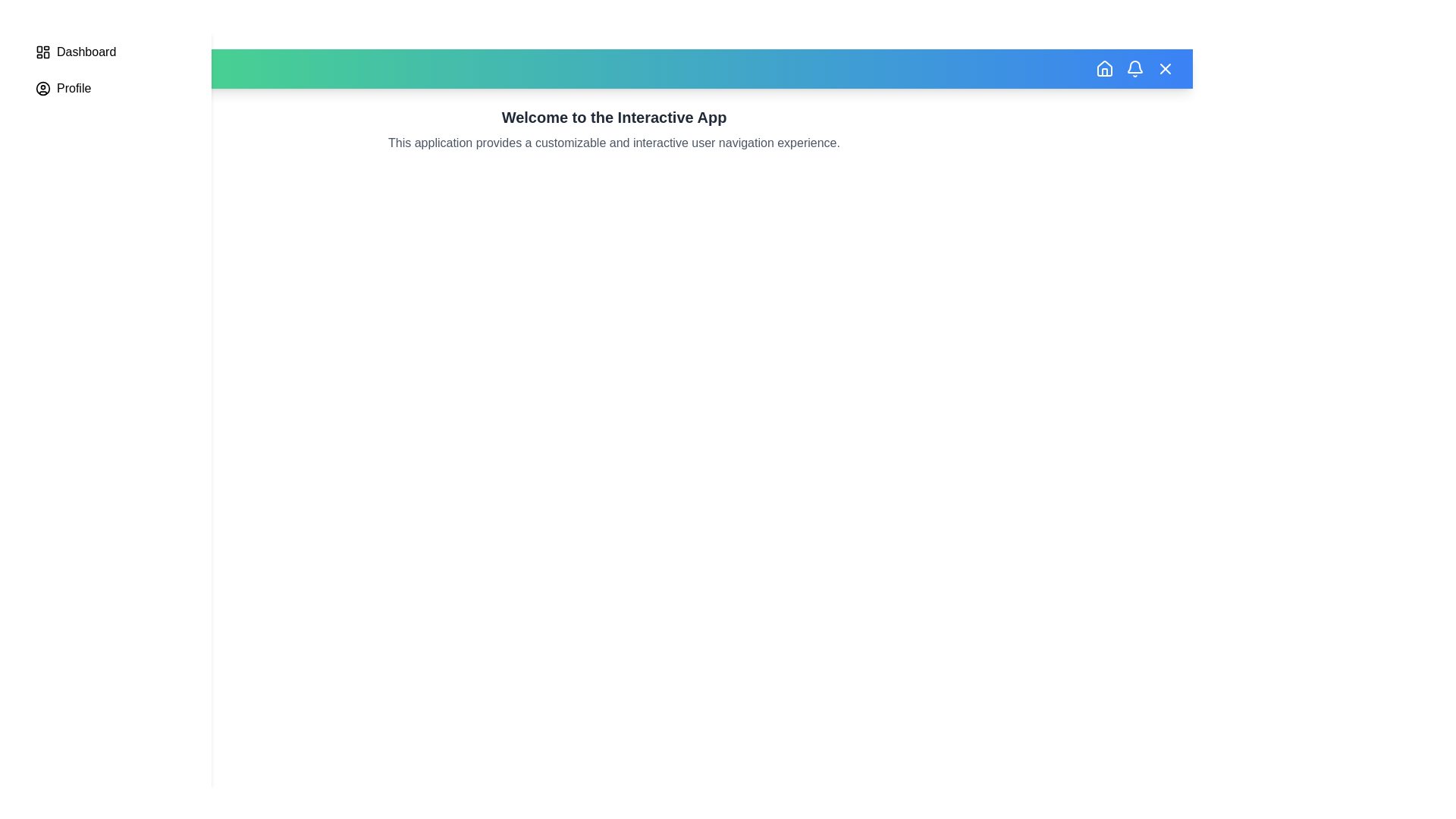 This screenshot has height=819, width=1456. Describe the element at coordinates (1135, 69) in the screenshot. I see `the notification alert icon located in the header's rightmost group of controls, specifically the middle icon between the house and cross icons` at that location.